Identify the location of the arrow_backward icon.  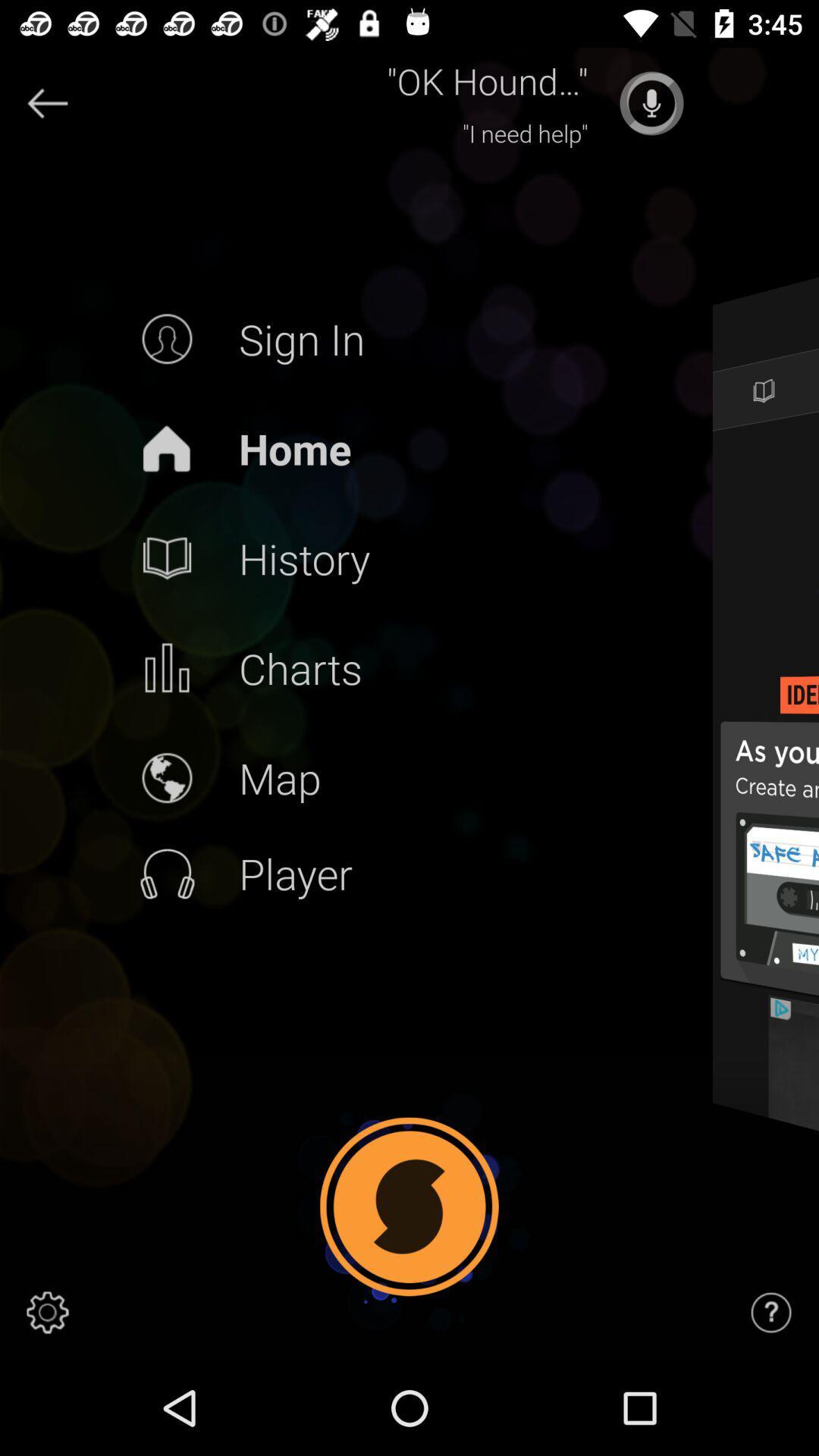
(46, 102).